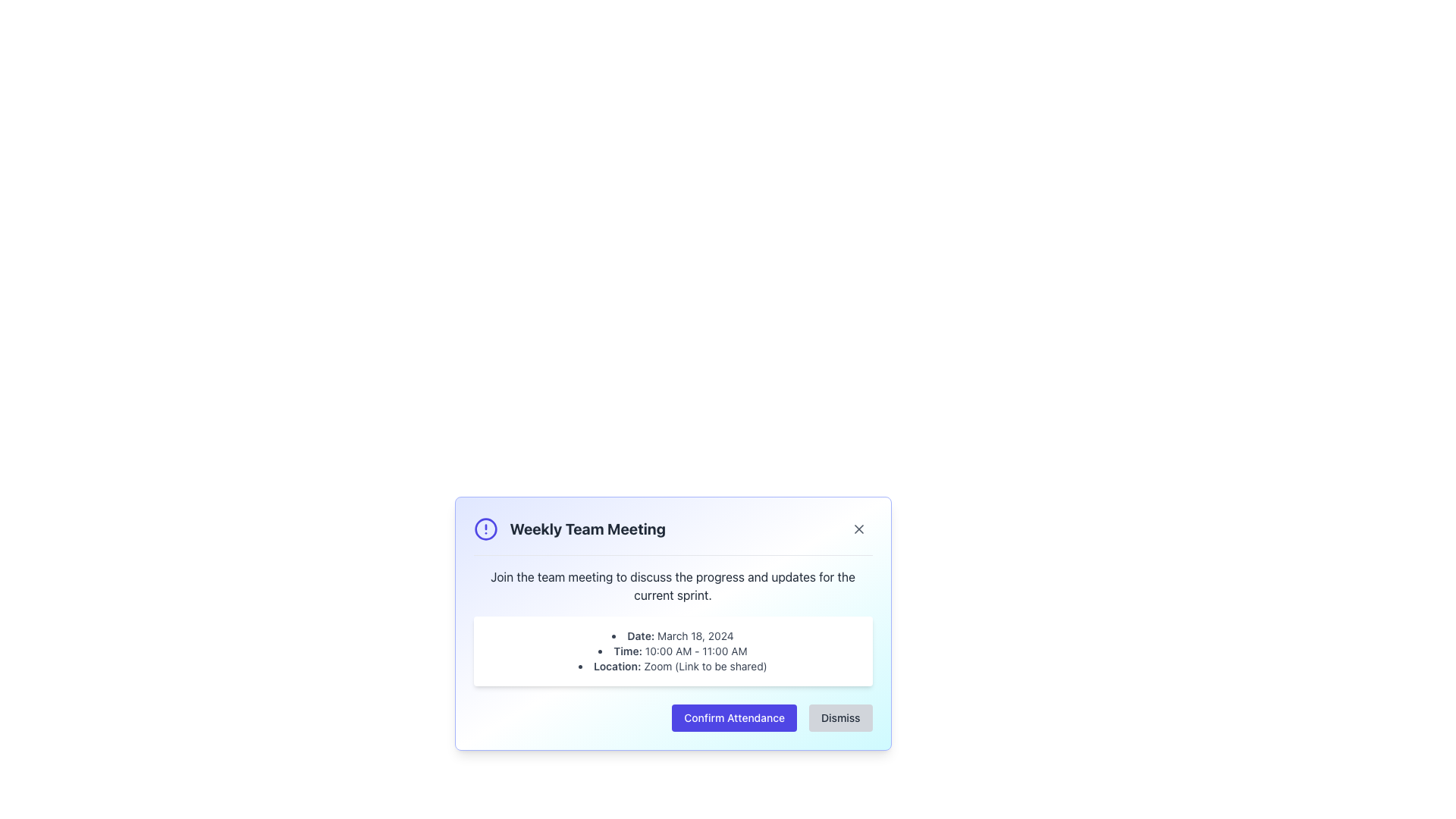 Image resolution: width=1456 pixels, height=819 pixels. What do you see at coordinates (734, 717) in the screenshot?
I see `the confirmation button located at the bottom right of the dialog box to confirm attendance for the event or meeting` at bounding box center [734, 717].